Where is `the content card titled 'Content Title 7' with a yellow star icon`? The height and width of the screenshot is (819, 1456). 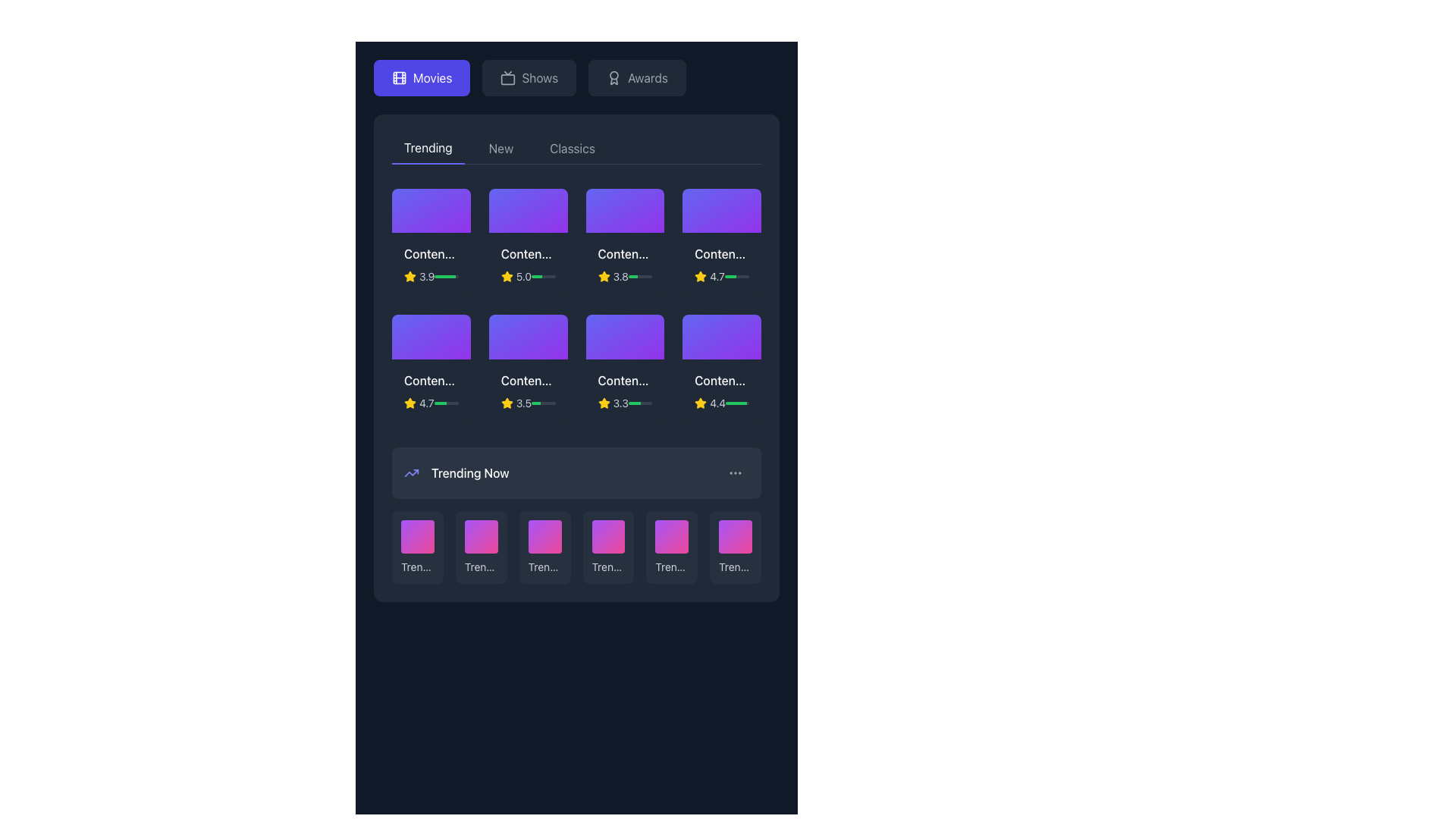 the content card titled 'Content Title 7' with a yellow star icon is located at coordinates (625, 369).